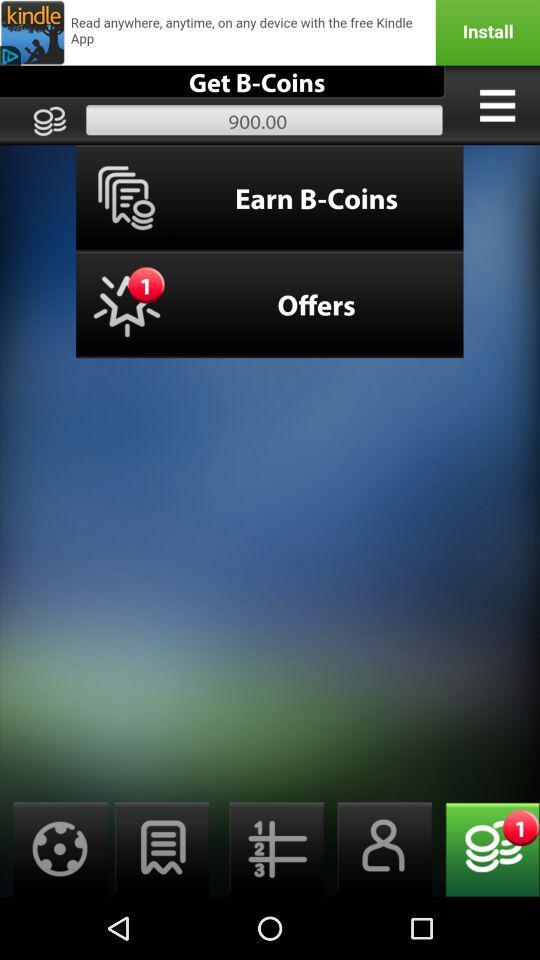  I want to click on setting option, so click(54, 848).